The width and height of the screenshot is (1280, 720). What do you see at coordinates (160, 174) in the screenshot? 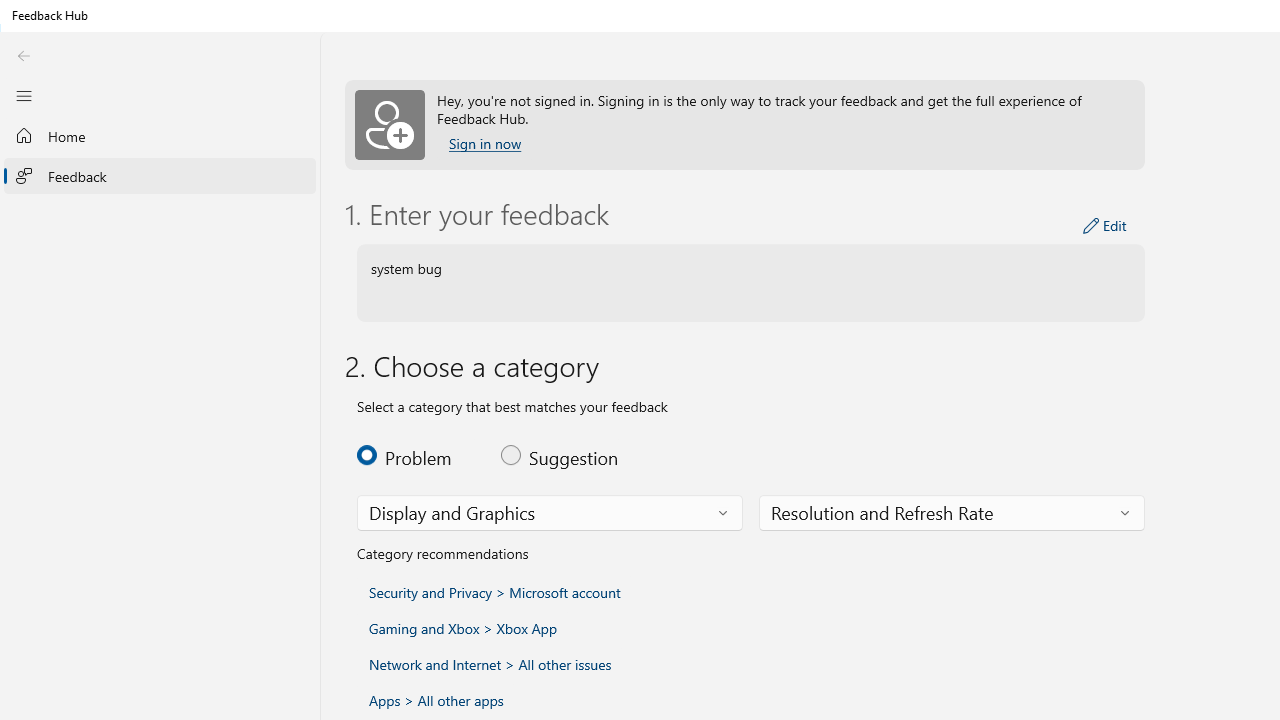
I see `'Feedback'` at bounding box center [160, 174].